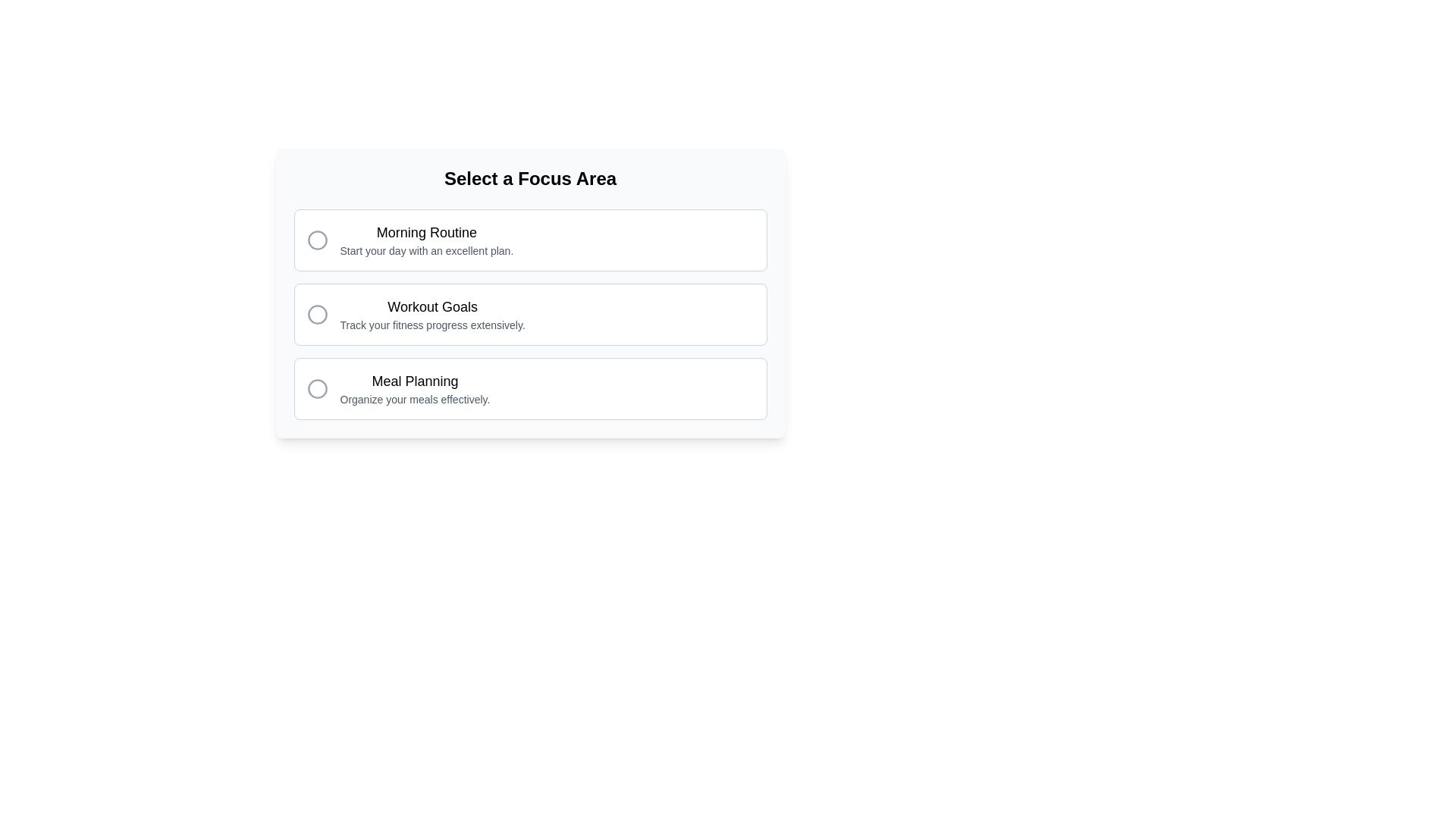 The image size is (1456, 819). What do you see at coordinates (415, 380) in the screenshot?
I see `the text label that serves as the title for the third selectable focus area option in the list titled 'Select a Focus Area.'` at bounding box center [415, 380].